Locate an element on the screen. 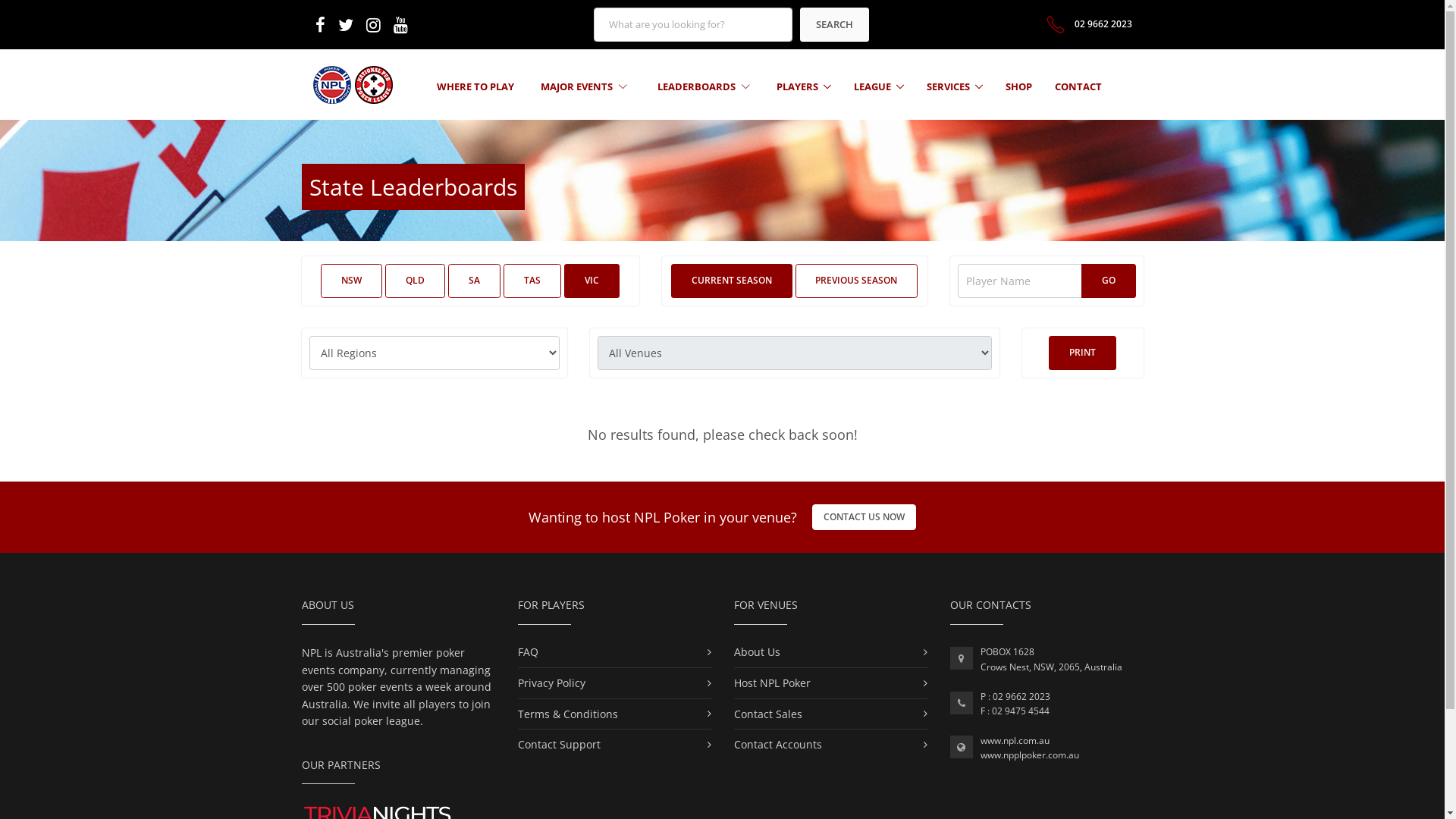  'LEAGUE' is located at coordinates (878, 86).